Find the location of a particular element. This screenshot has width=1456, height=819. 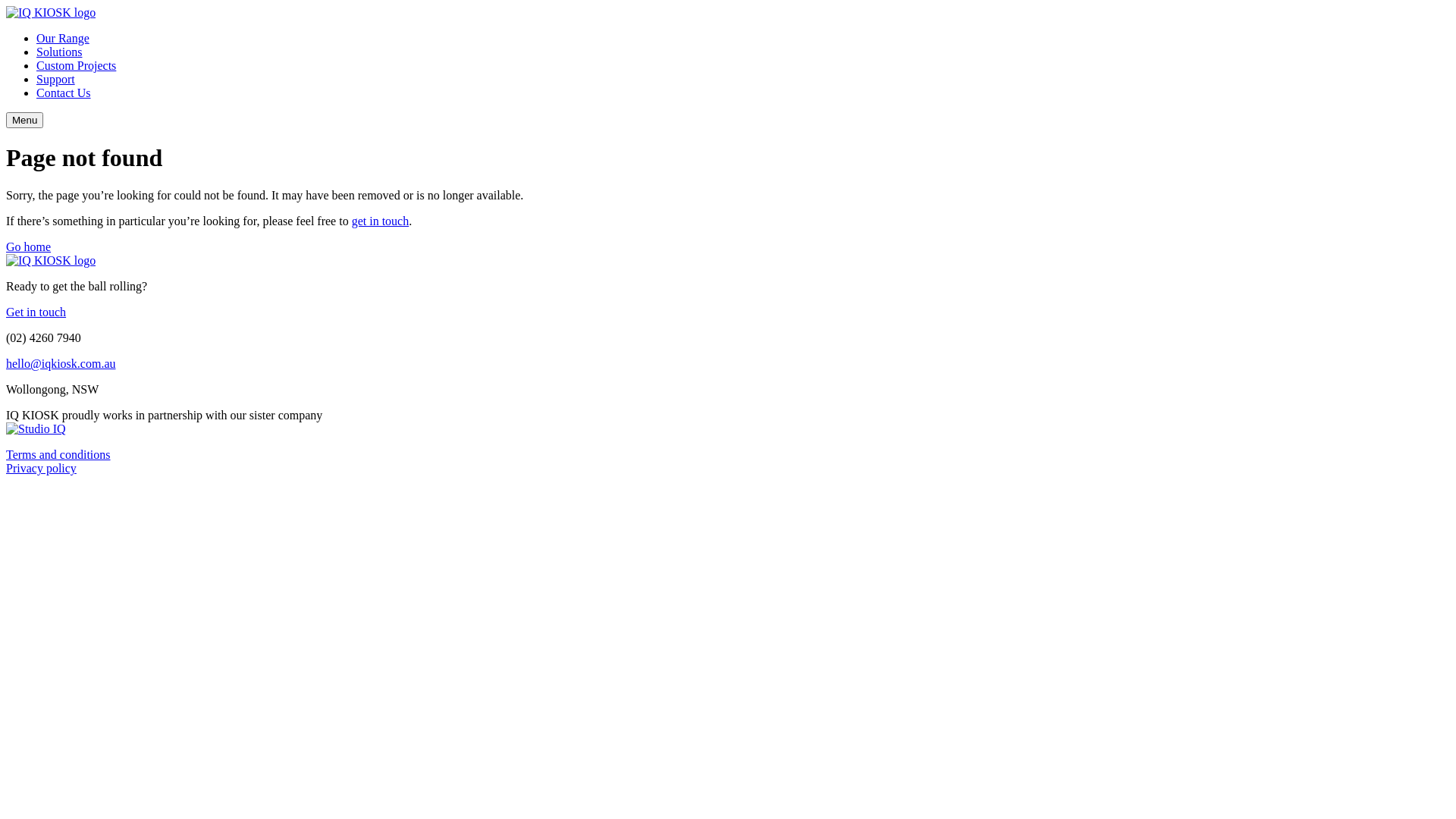

'Contact Us' is located at coordinates (62, 93).